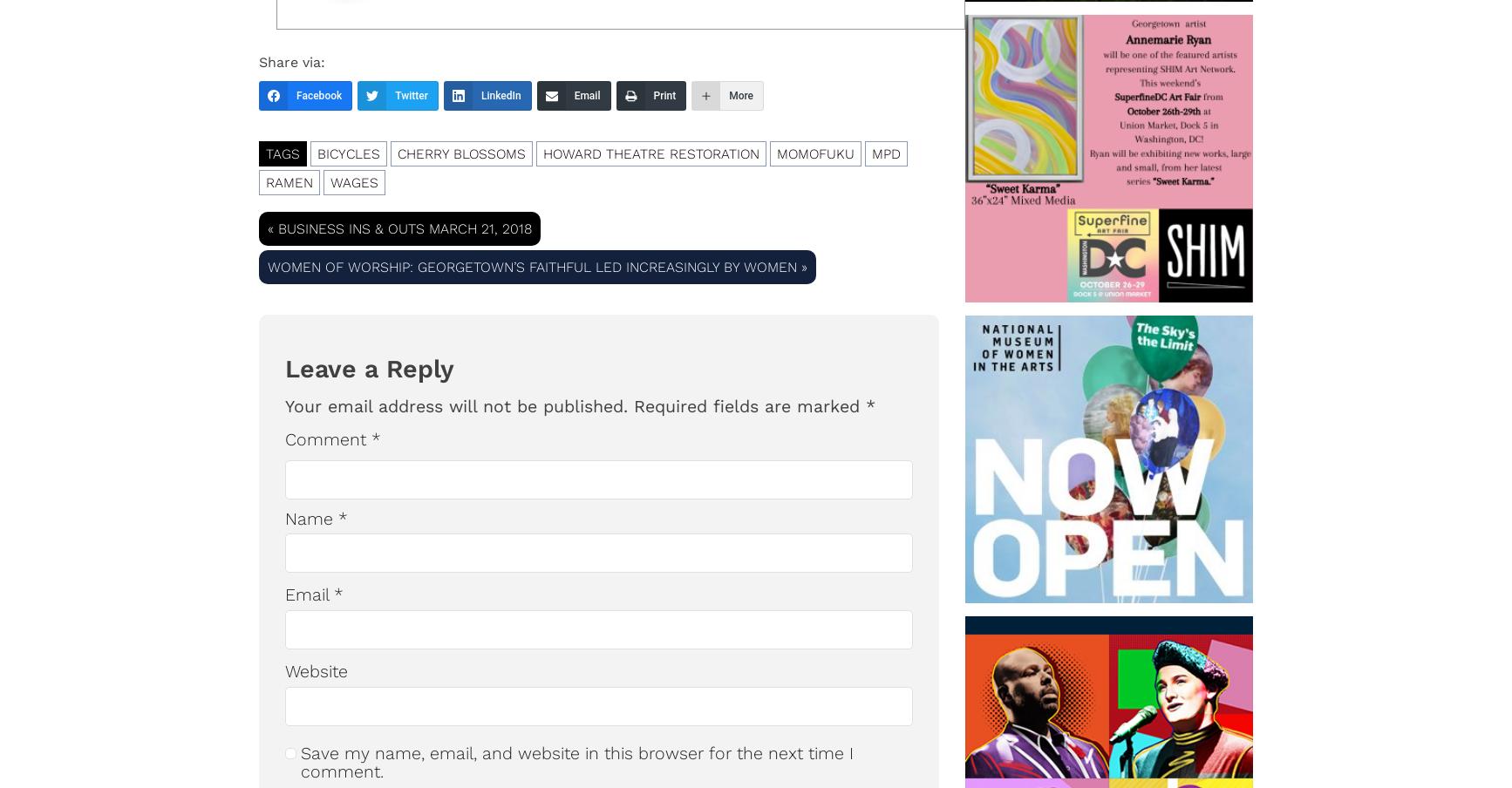 This screenshot has height=788, width=1512. Describe the element at coordinates (650, 153) in the screenshot. I see `'Howard Theatre Restoration'` at that location.